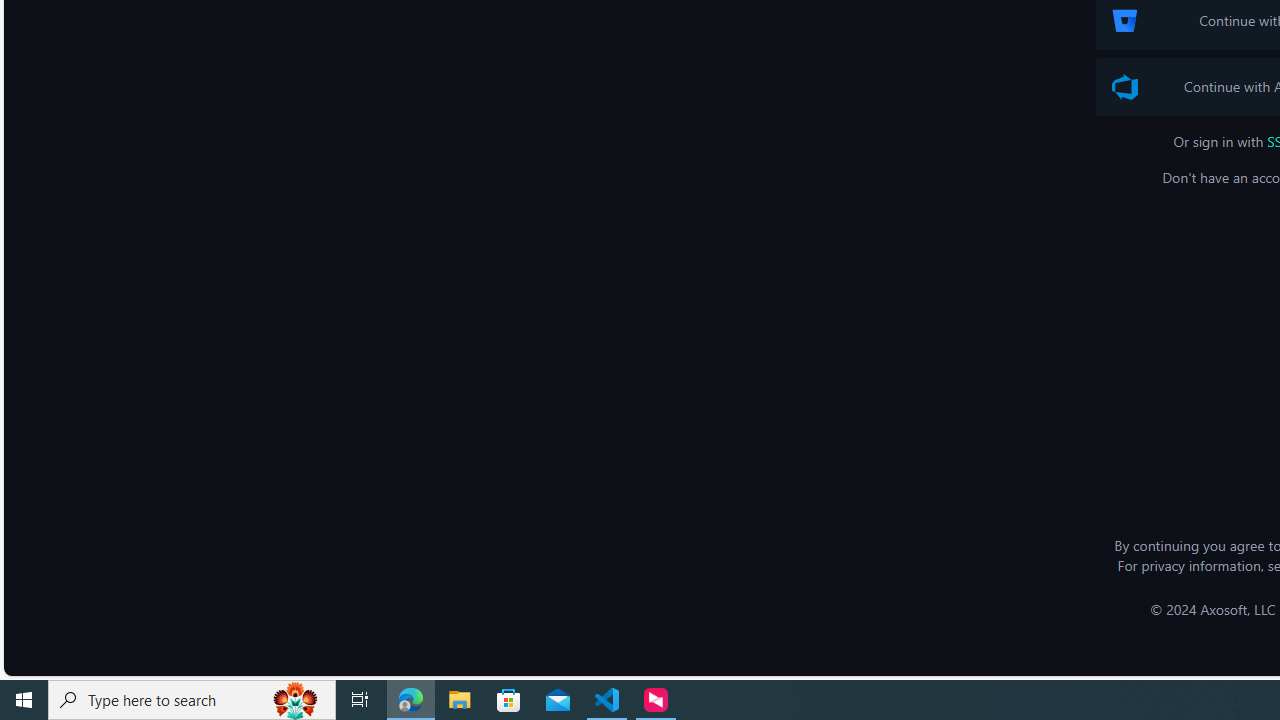  Describe the element at coordinates (359, 698) in the screenshot. I see `'Task View'` at that location.